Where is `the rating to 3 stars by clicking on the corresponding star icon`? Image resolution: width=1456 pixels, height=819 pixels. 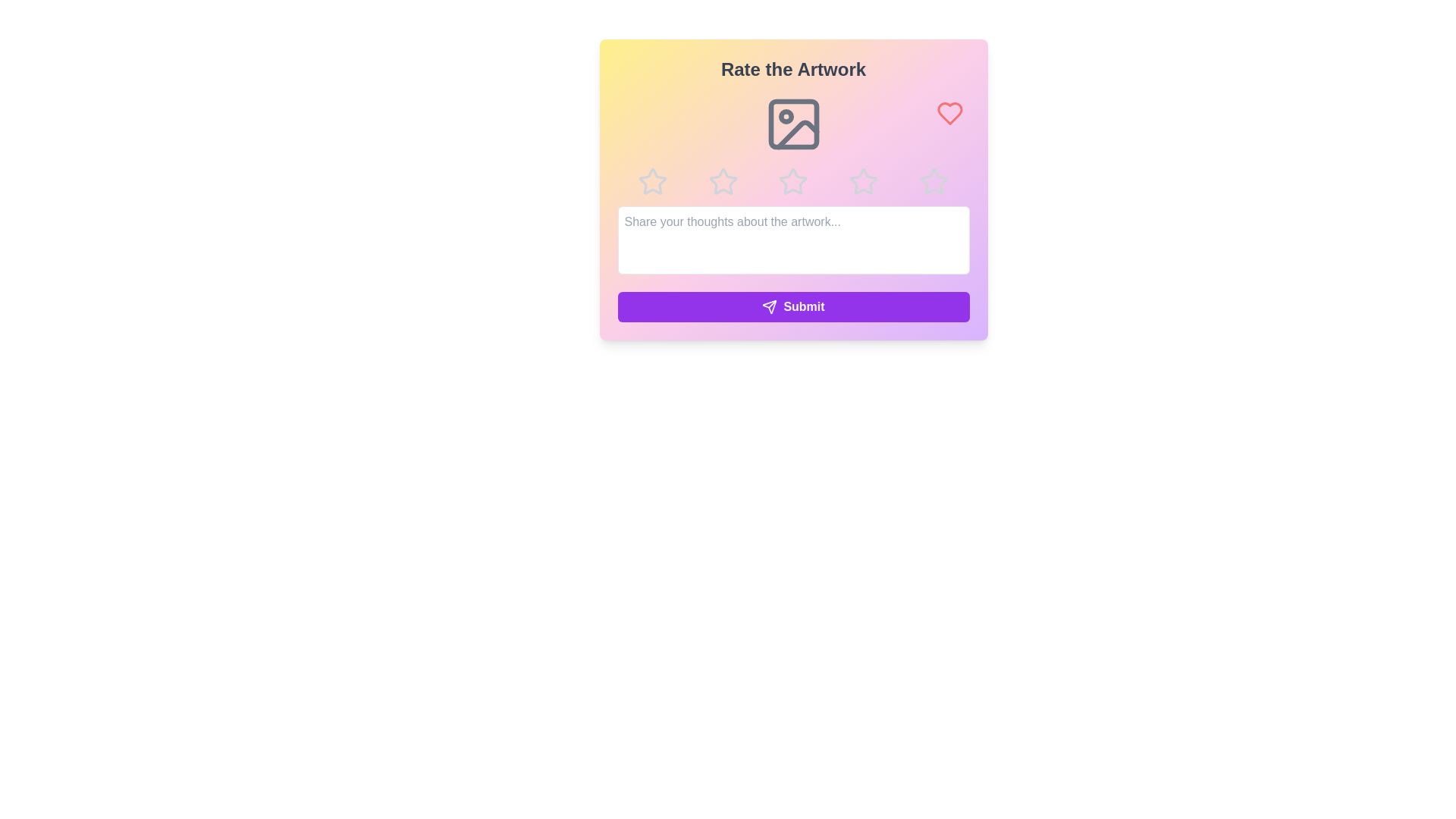
the rating to 3 stars by clicking on the corresponding star icon is located at coordinates (792, 180).